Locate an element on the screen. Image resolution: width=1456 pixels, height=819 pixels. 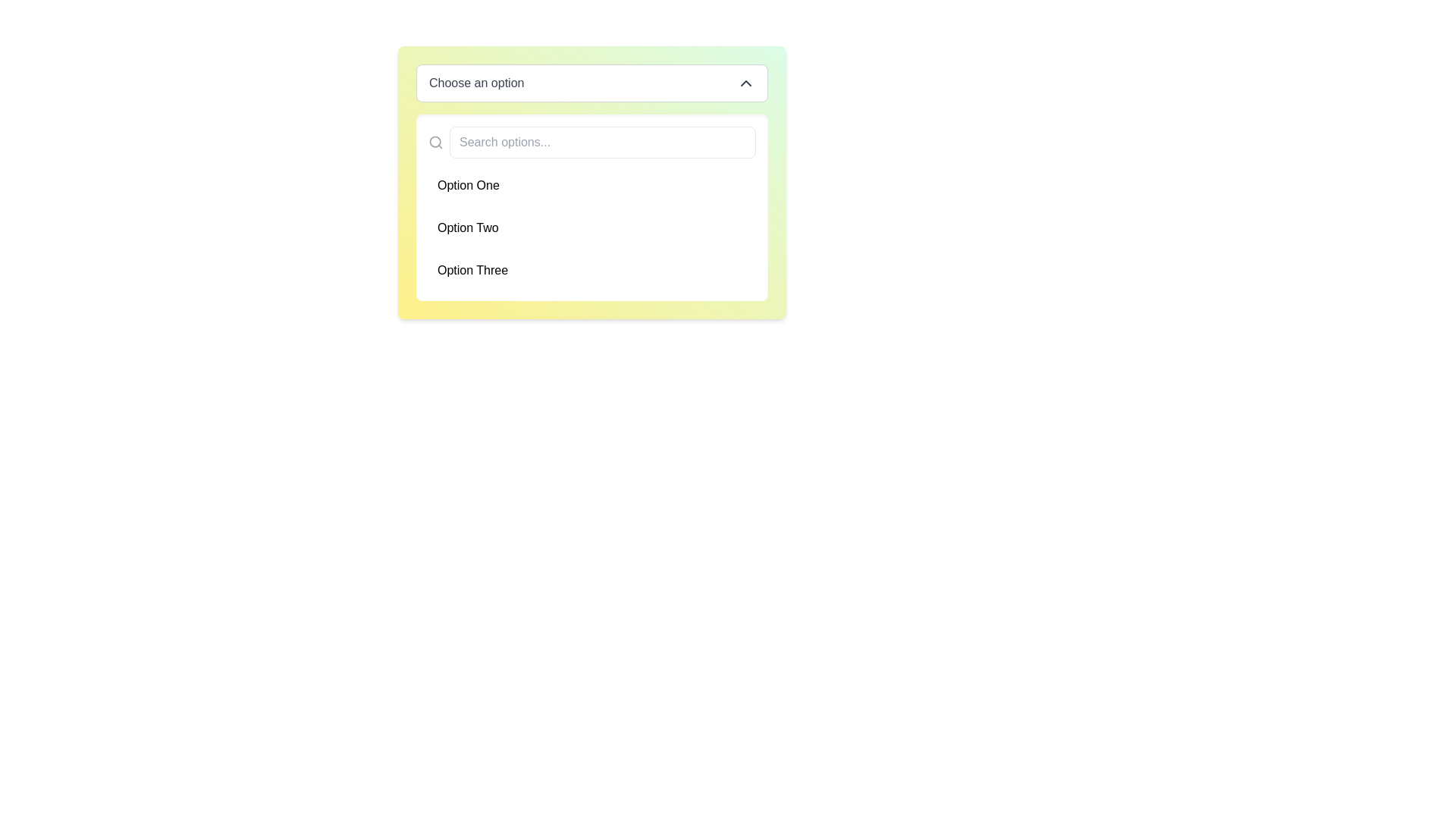
the first option in the vertical list of options within the drop-down menu is located at coordinates (467, 185).